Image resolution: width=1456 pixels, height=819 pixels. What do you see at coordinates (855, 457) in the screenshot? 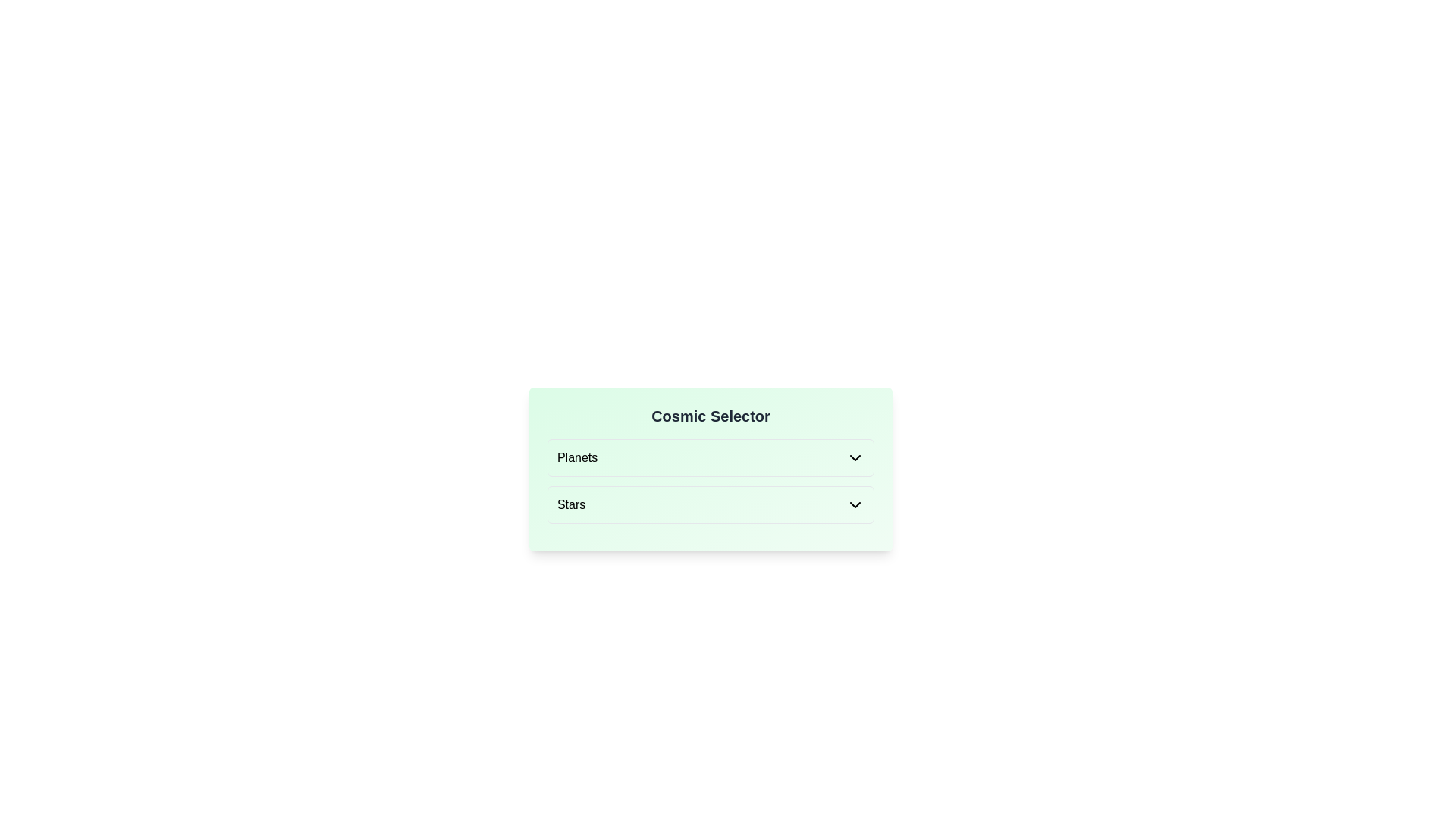
I see `the downward-facing chevron icon located to the right of the 'Planets' text` at bounding box center [855, 457].